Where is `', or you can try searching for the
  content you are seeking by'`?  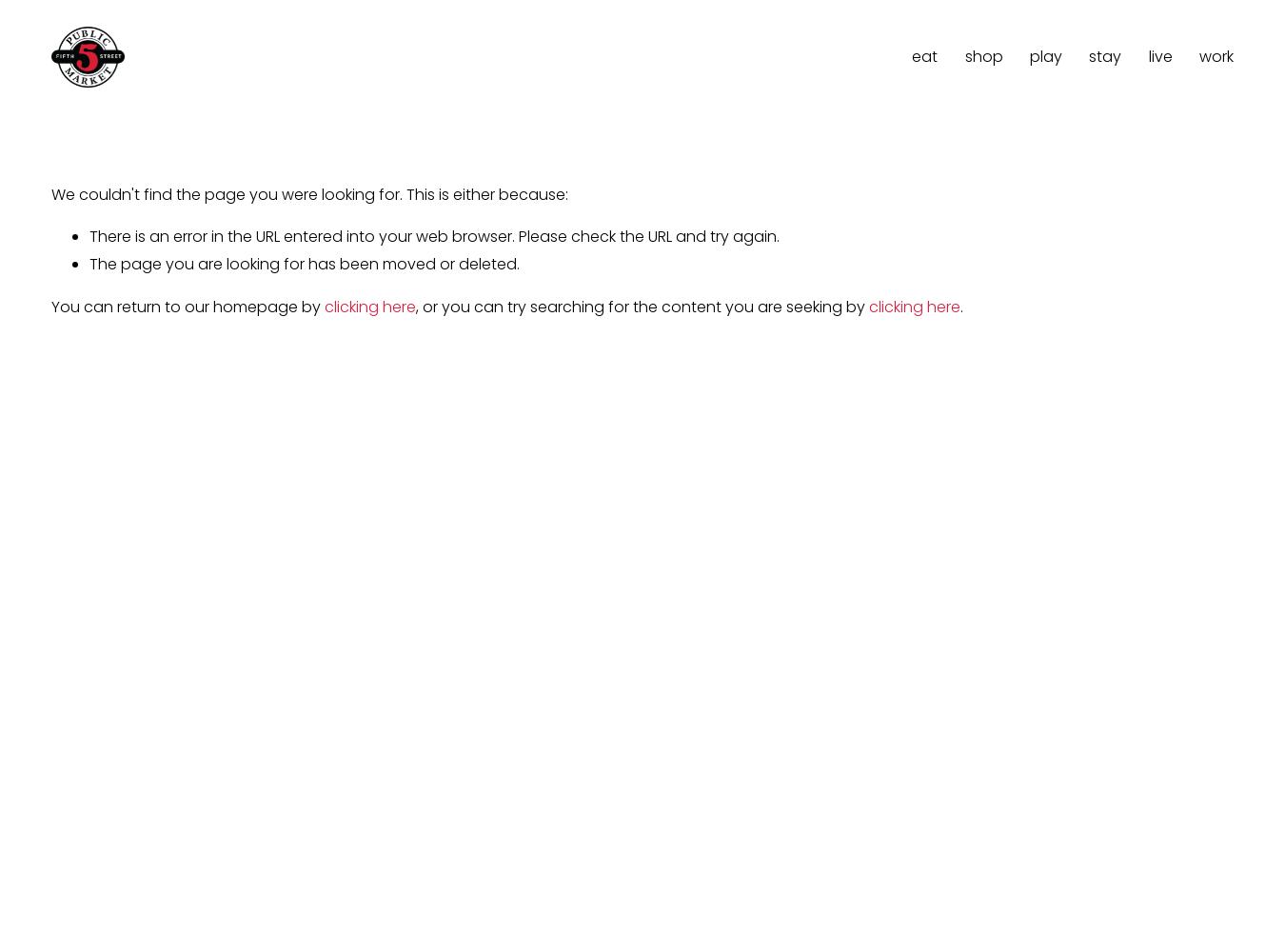 ', or you can try searching for the
  content you are seeking by' is located at coordinates (642, 306).